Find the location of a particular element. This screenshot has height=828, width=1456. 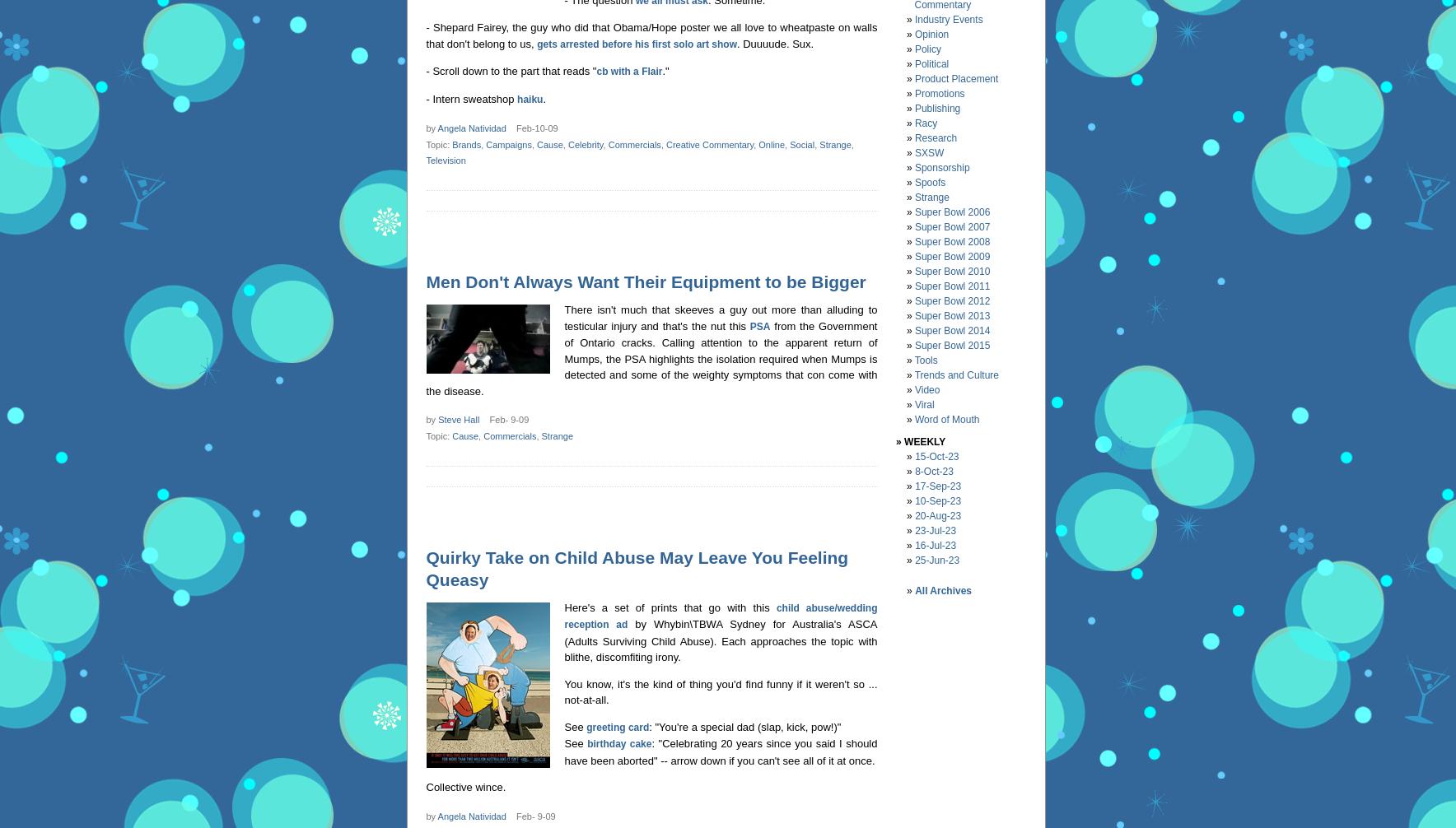

'20-Aug-23' is located at coordinates (937, 515).